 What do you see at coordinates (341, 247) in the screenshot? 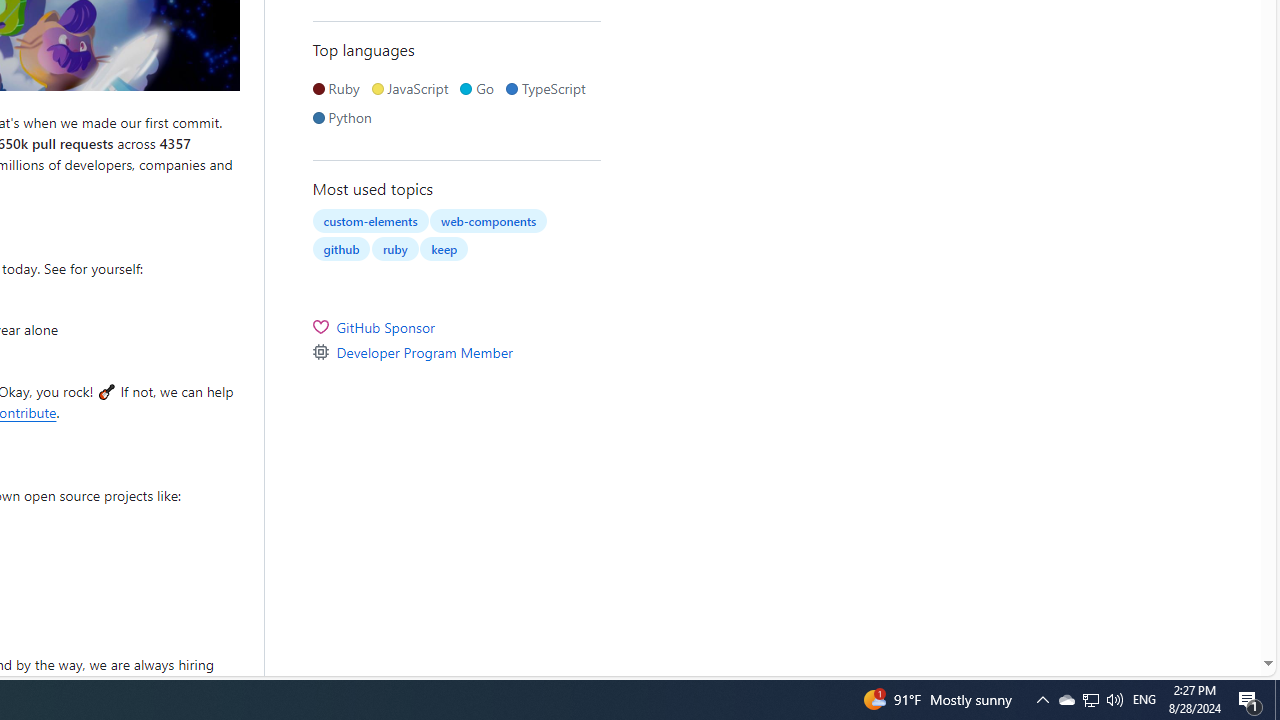
I see `'github'` at bounding box center [341, 247].